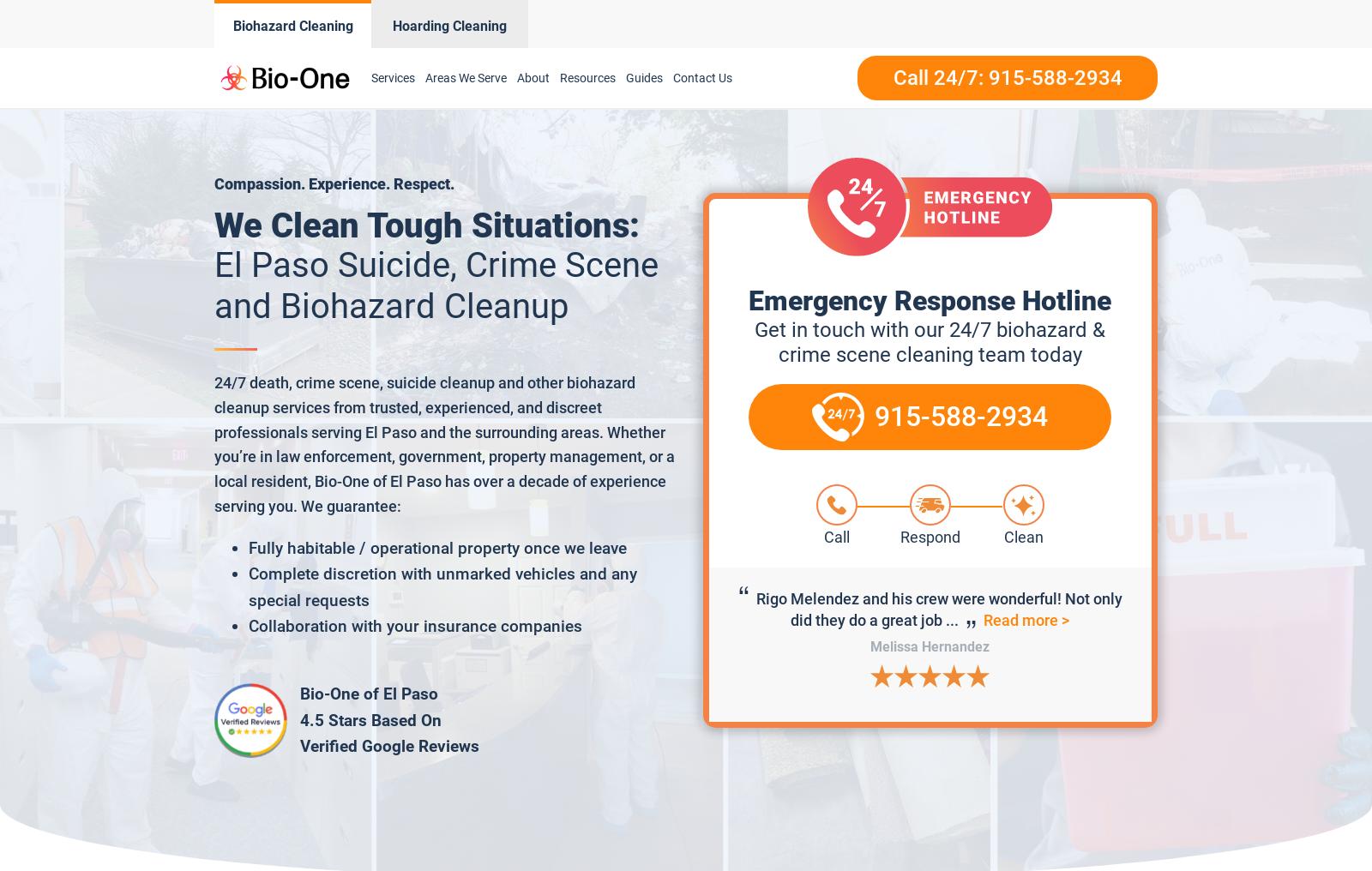 This screenshot has width=1372, height=871. Describe the element at coordinates (701, 77) in the screenshot. I see `'Contact Us'` at that location.